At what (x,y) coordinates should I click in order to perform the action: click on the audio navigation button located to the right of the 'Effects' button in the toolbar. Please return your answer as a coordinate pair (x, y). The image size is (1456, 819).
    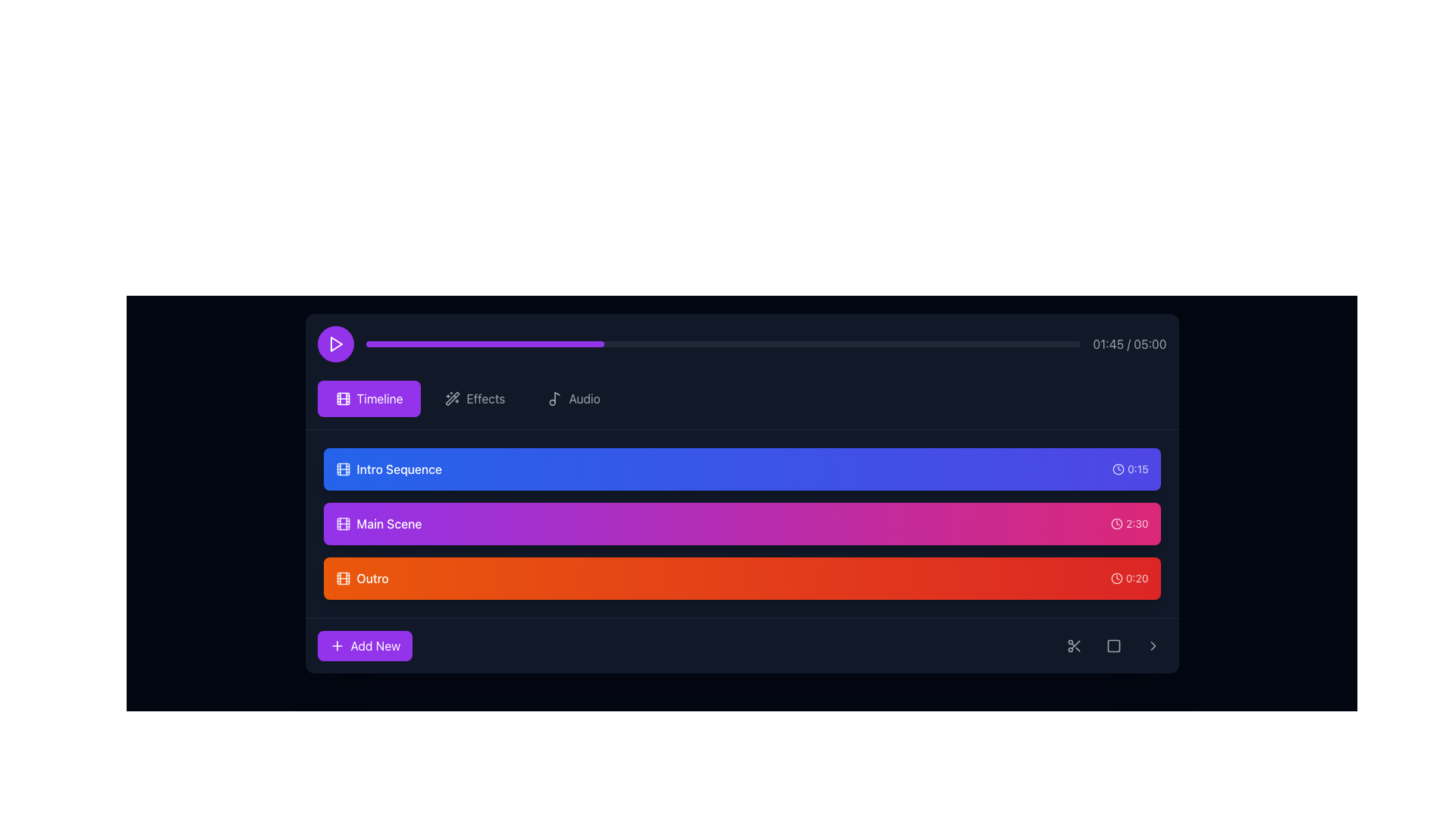
    Looking at the image, I should click on (573, 397).